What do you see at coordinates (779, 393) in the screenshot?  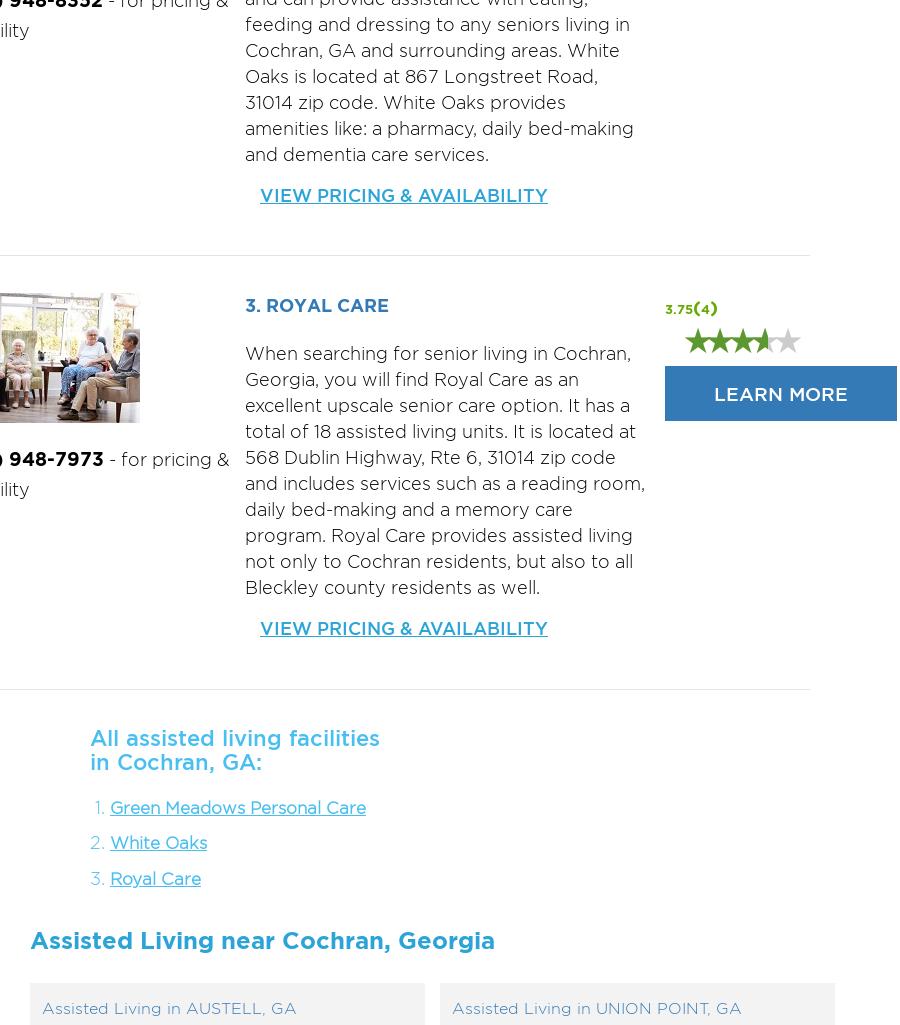 I see `'Learn More'` at bounding box center [779, 393].